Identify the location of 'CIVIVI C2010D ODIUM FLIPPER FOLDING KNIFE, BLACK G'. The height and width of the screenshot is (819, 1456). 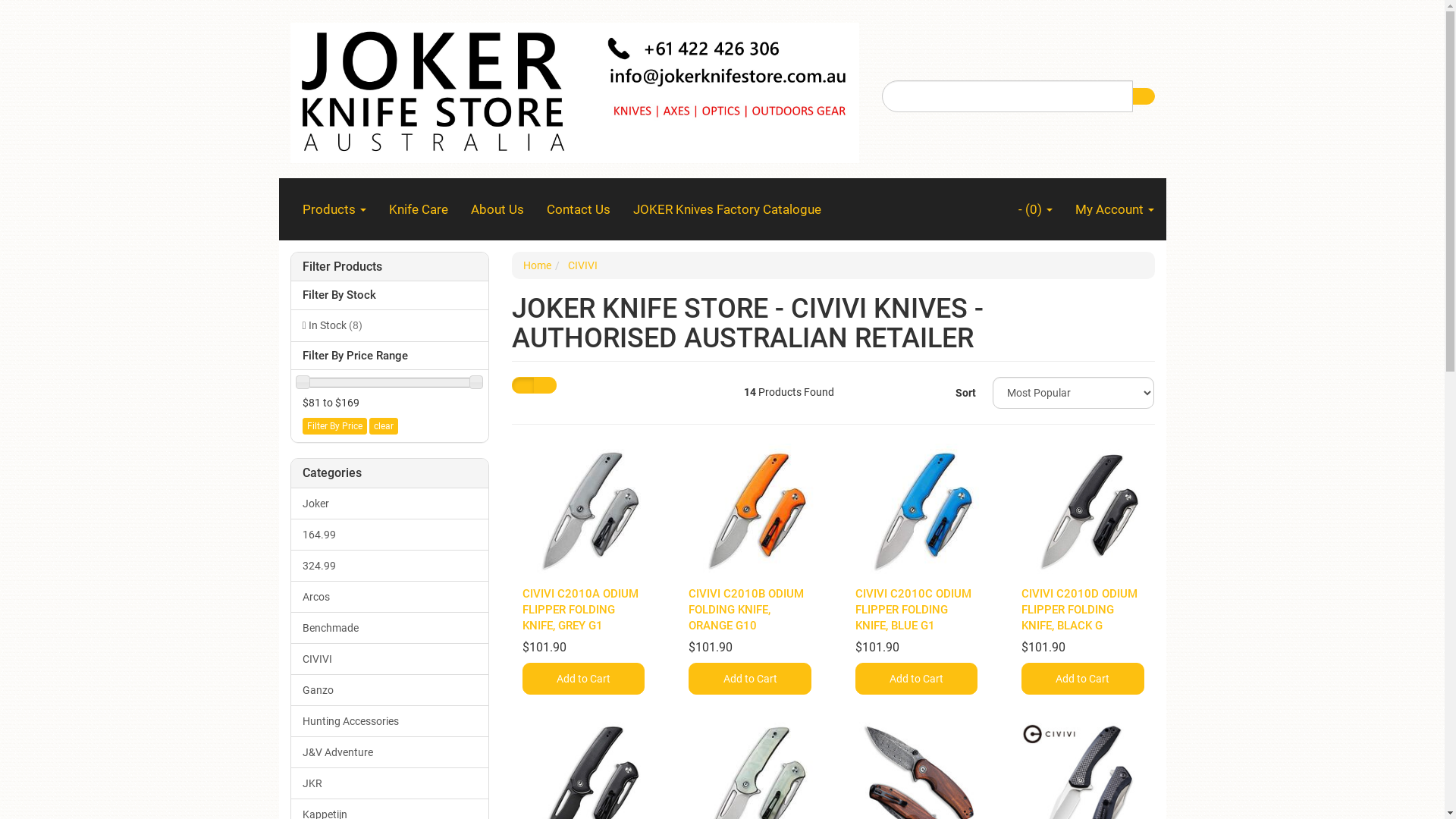
(1078, 608).